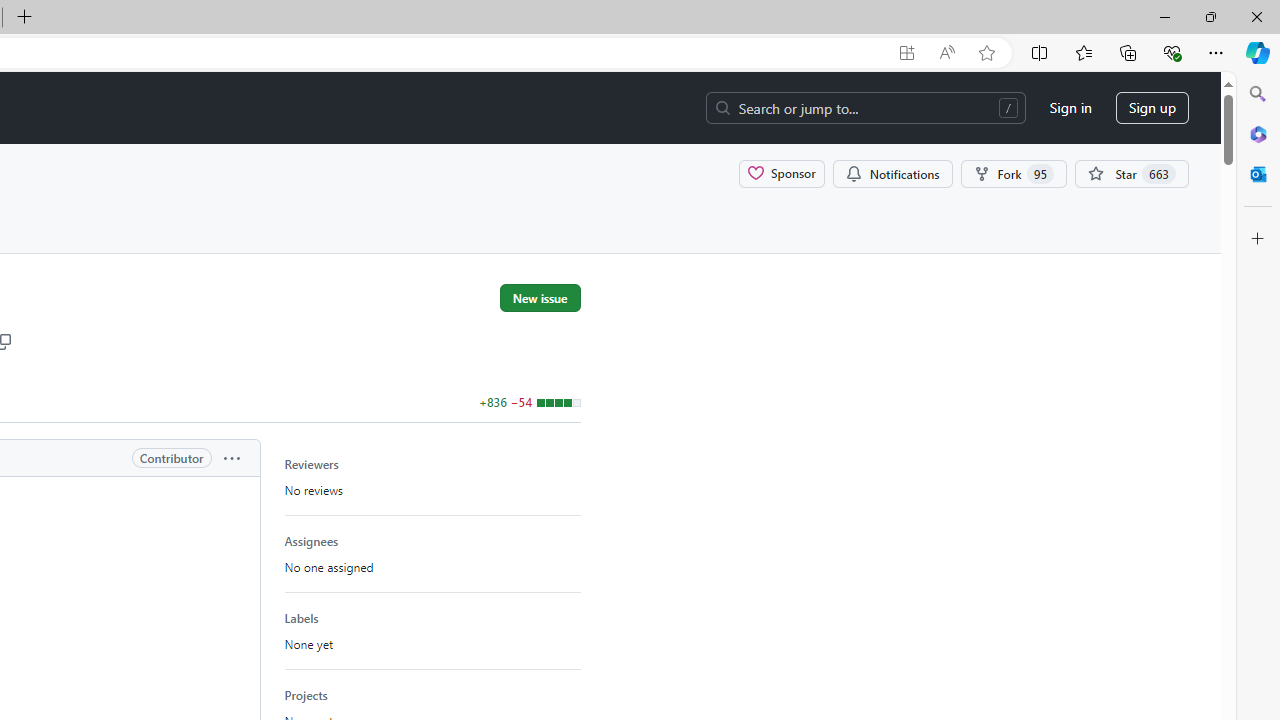 The width and height of the screenshot is (1280, 720). What do you see at coordinates (1013, 172) in the screenshot?
I see `'Fork 95'` at bounding box center [1013, 172].